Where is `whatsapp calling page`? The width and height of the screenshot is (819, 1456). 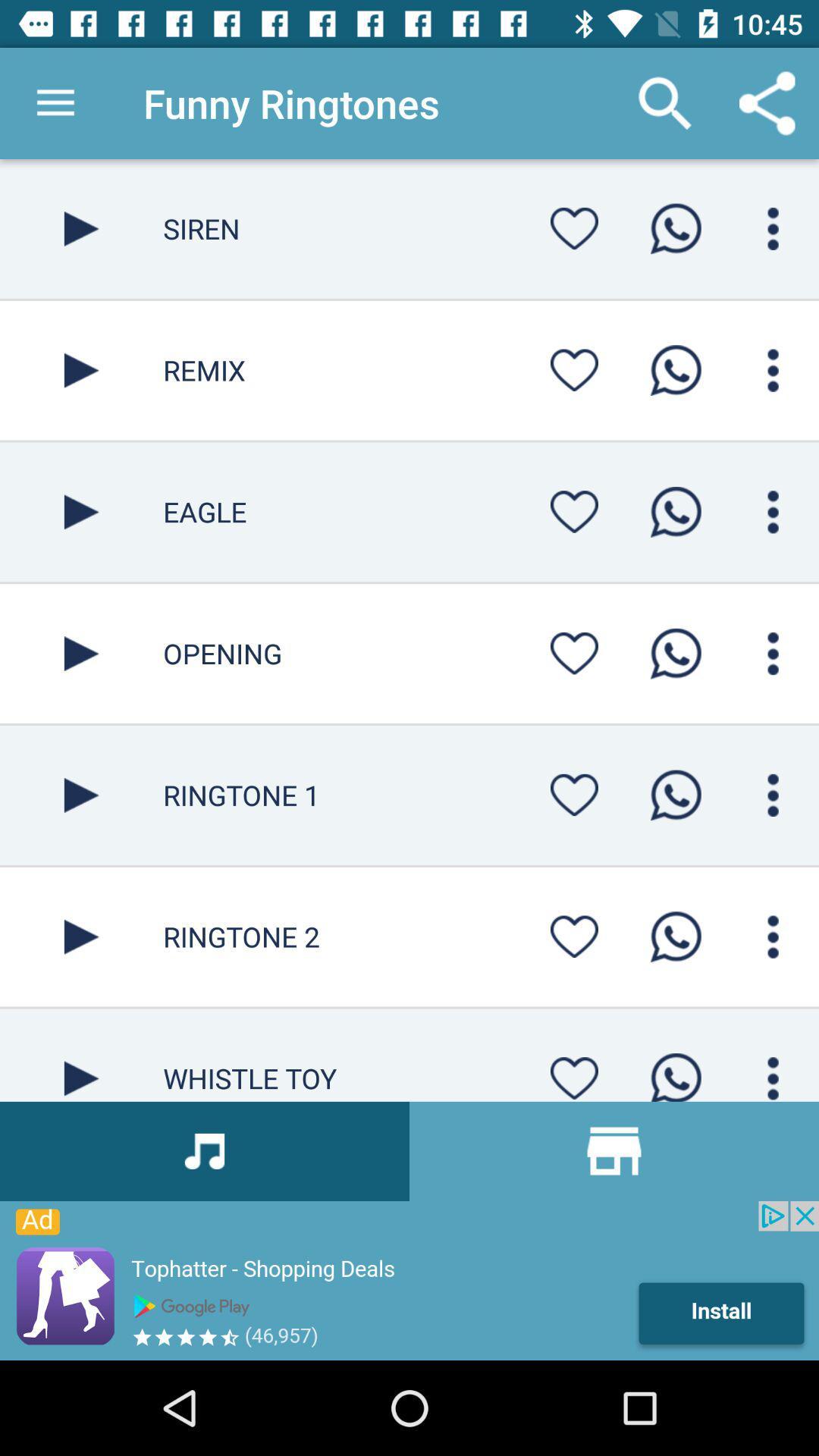 whatsapp calling page is located at coordinates (773, 227).